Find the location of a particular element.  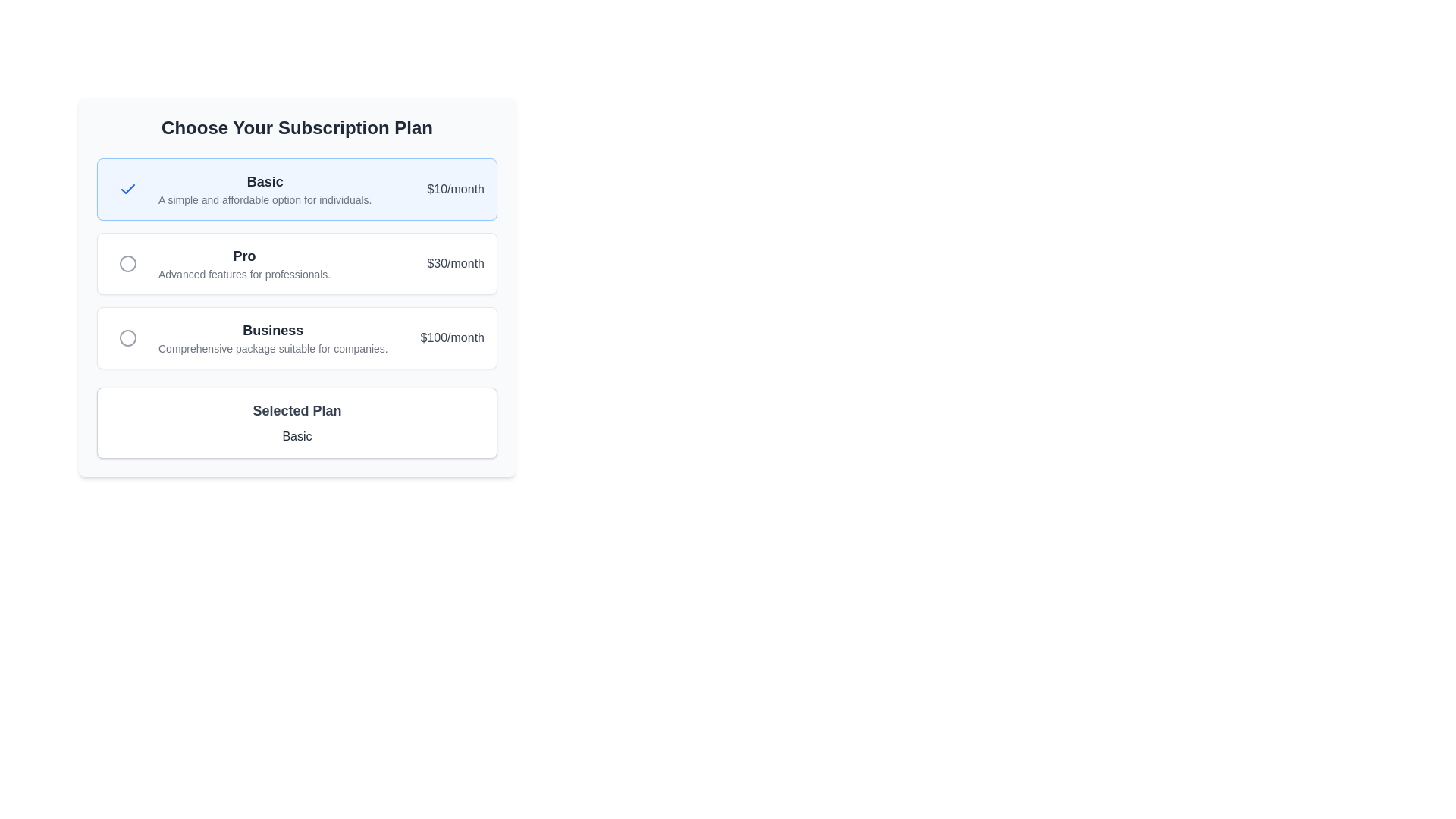

the 'Pro' subscription card, which is the second card in a vertically stacked group of three subscription options is located at coordinates (297, 287).